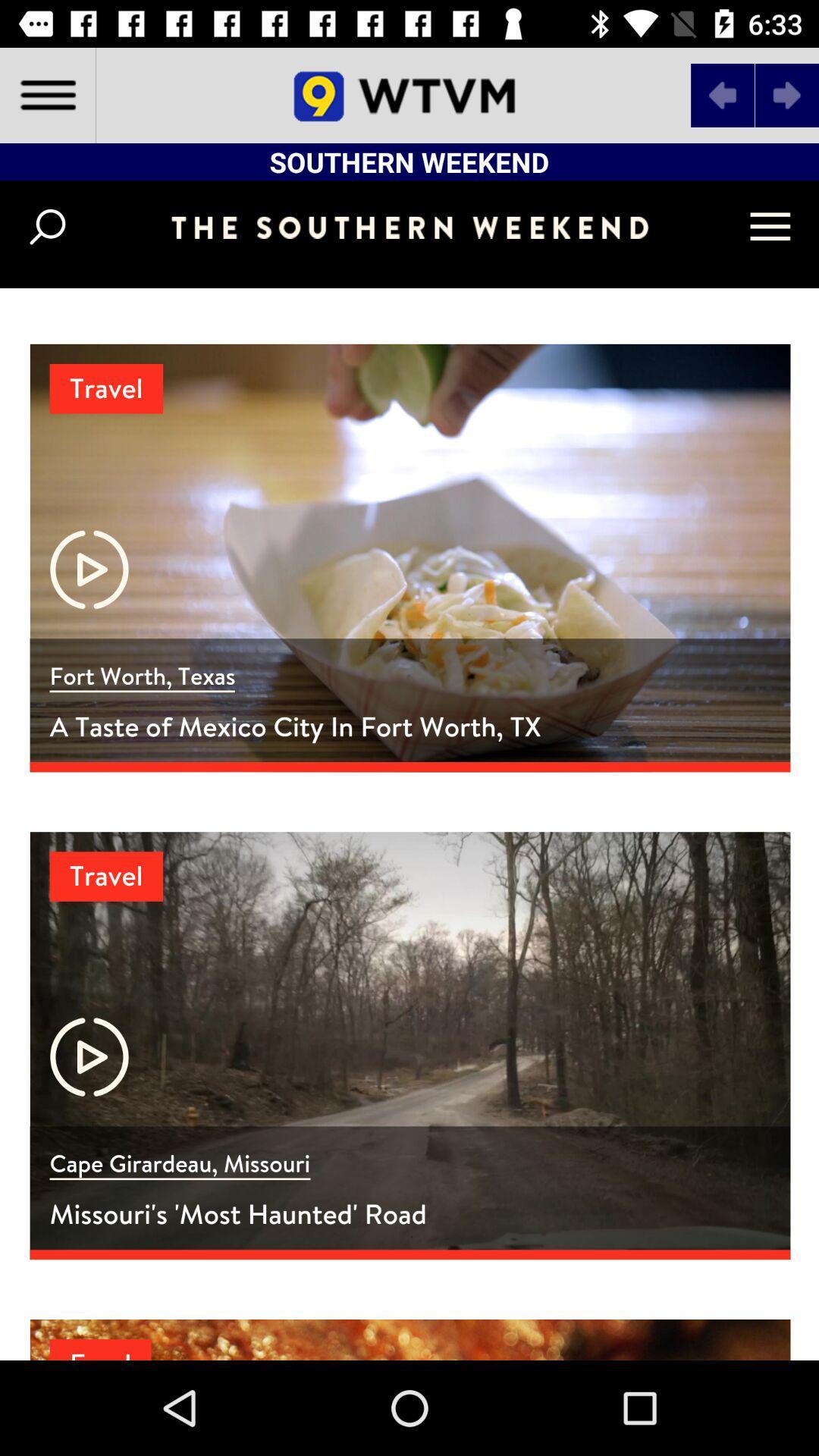 The width and height of the screenshot is (819, 1456). What do you see at coordinates (46, 94) in the screenshot?
I see `the menu icon` at bounding box center [46, 94].